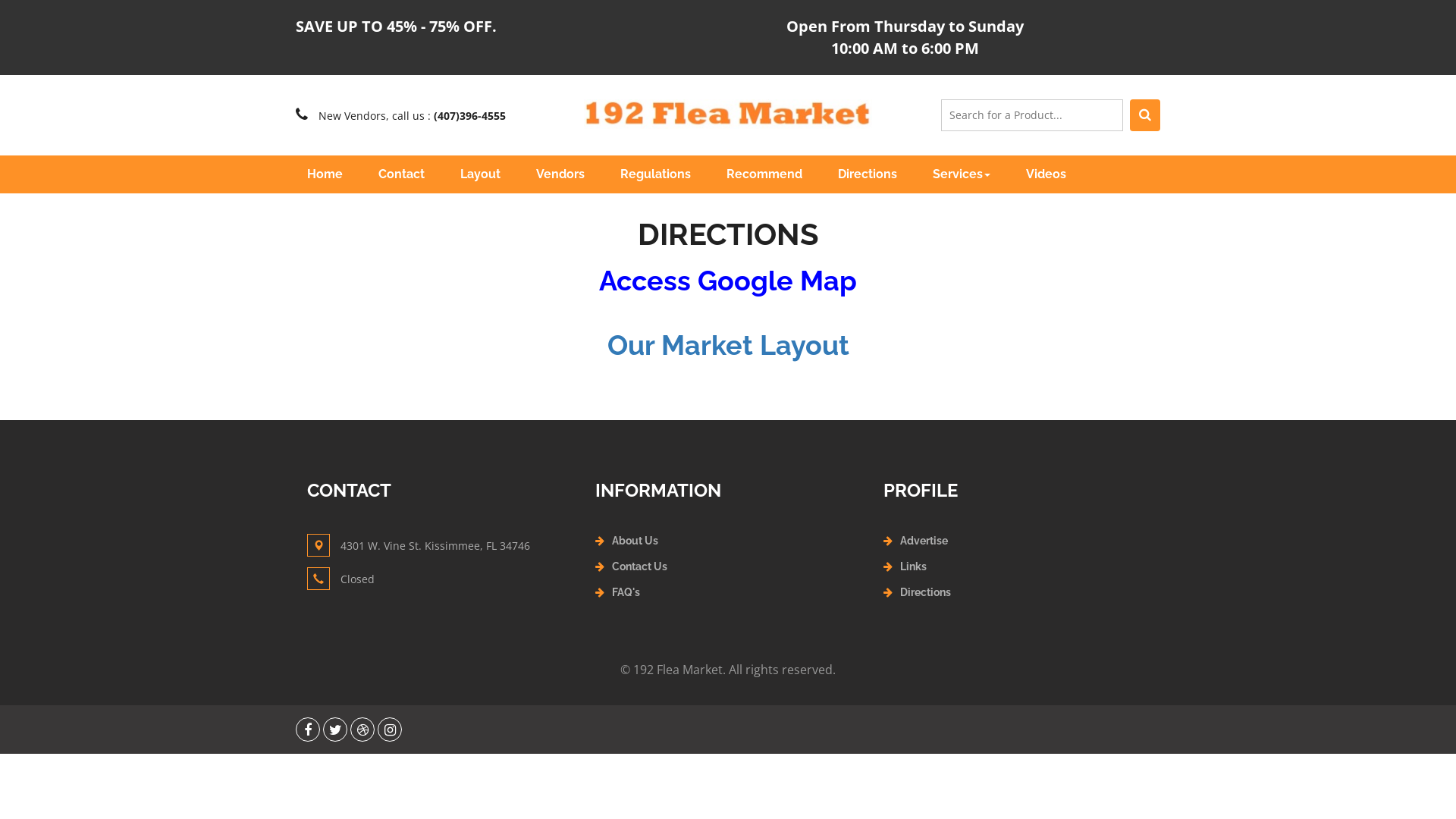  I want to click on 'Videos', so click(1045, 174).